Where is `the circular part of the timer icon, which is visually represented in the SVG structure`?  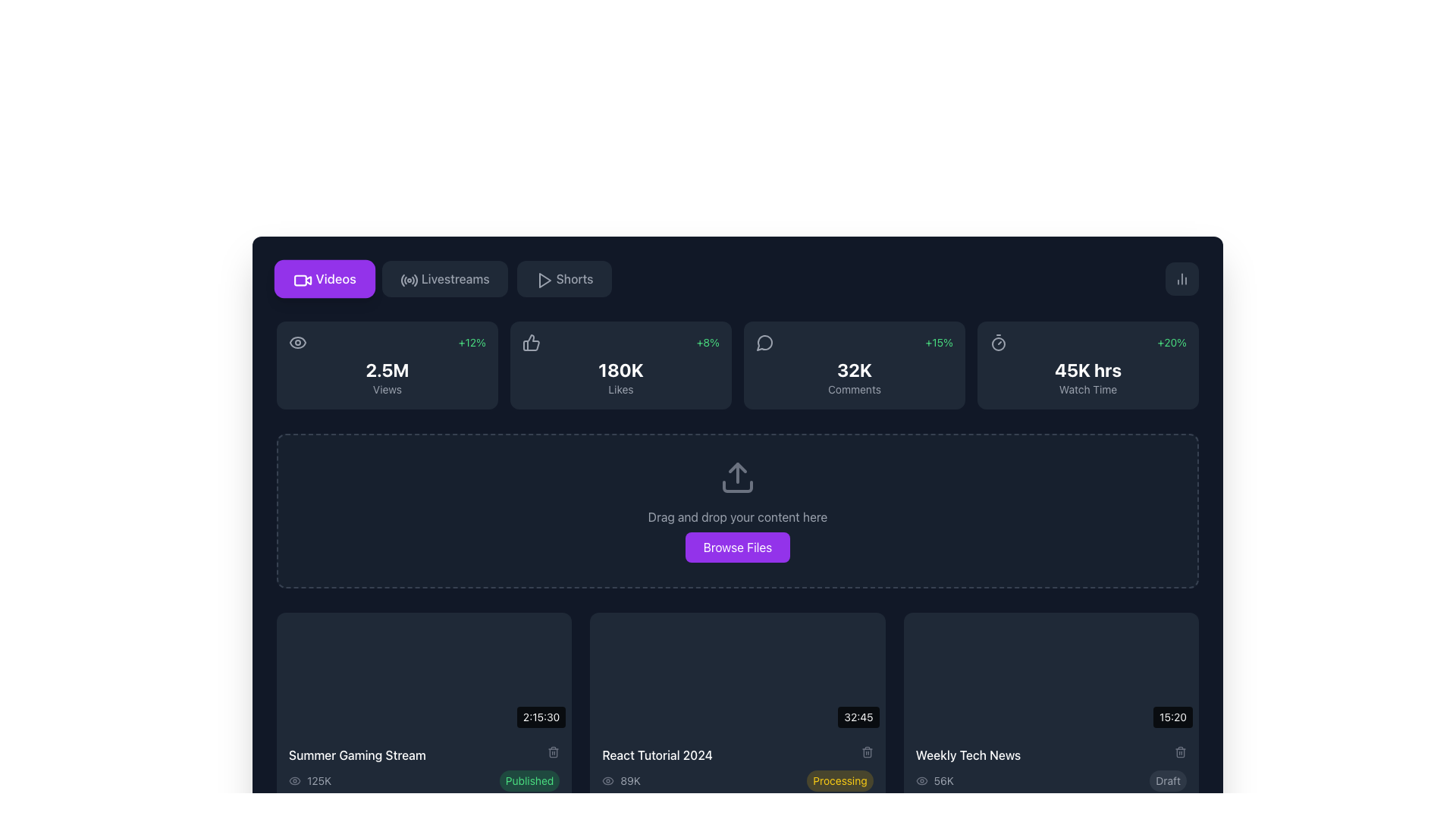 the circular part of the timer icon, which is visually represented in the SVG structure is located at coordinates (998, 344).